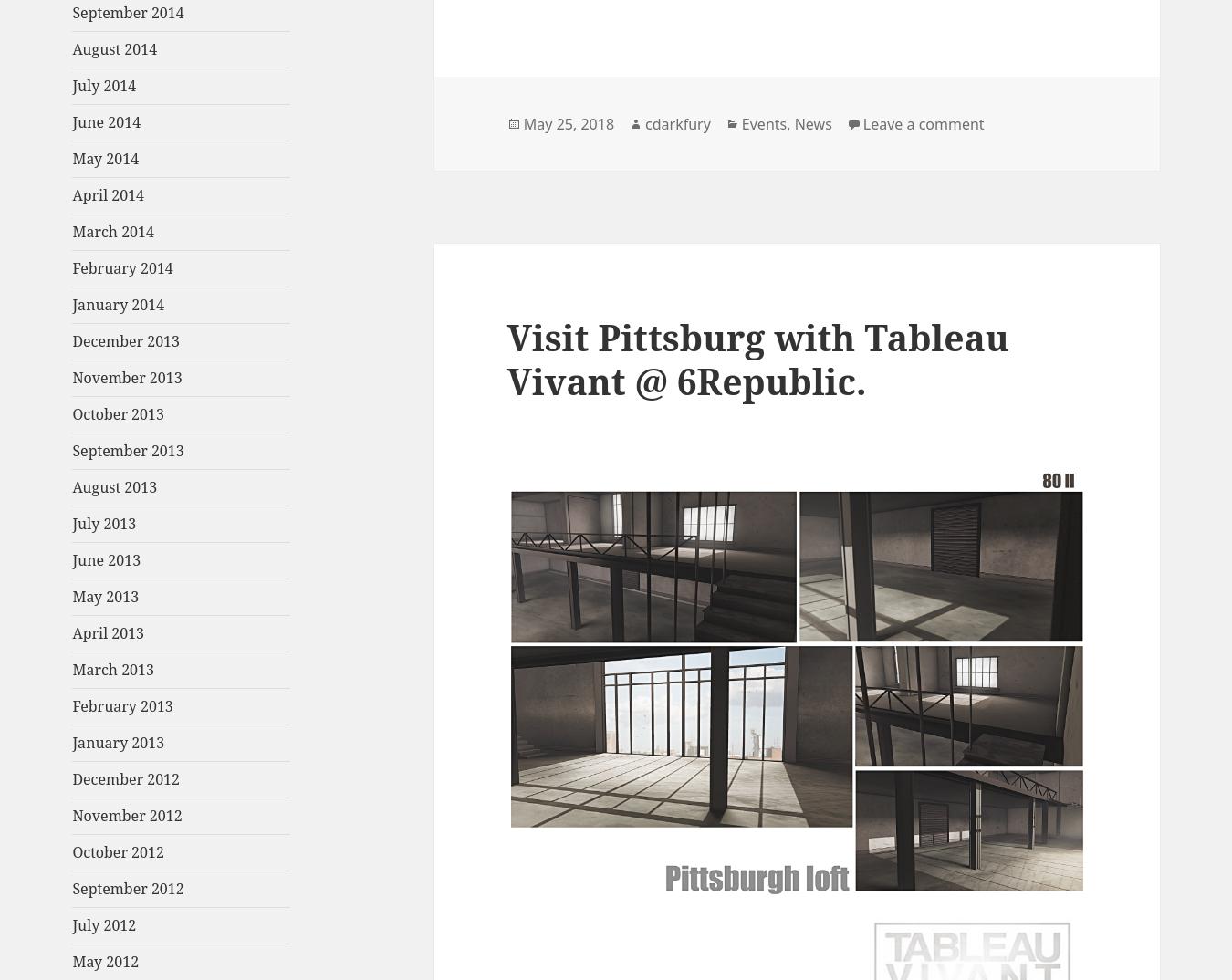 The width and height of the screenshot is (1232, 980). I want to click on 'June 2013', so click(106, 560).